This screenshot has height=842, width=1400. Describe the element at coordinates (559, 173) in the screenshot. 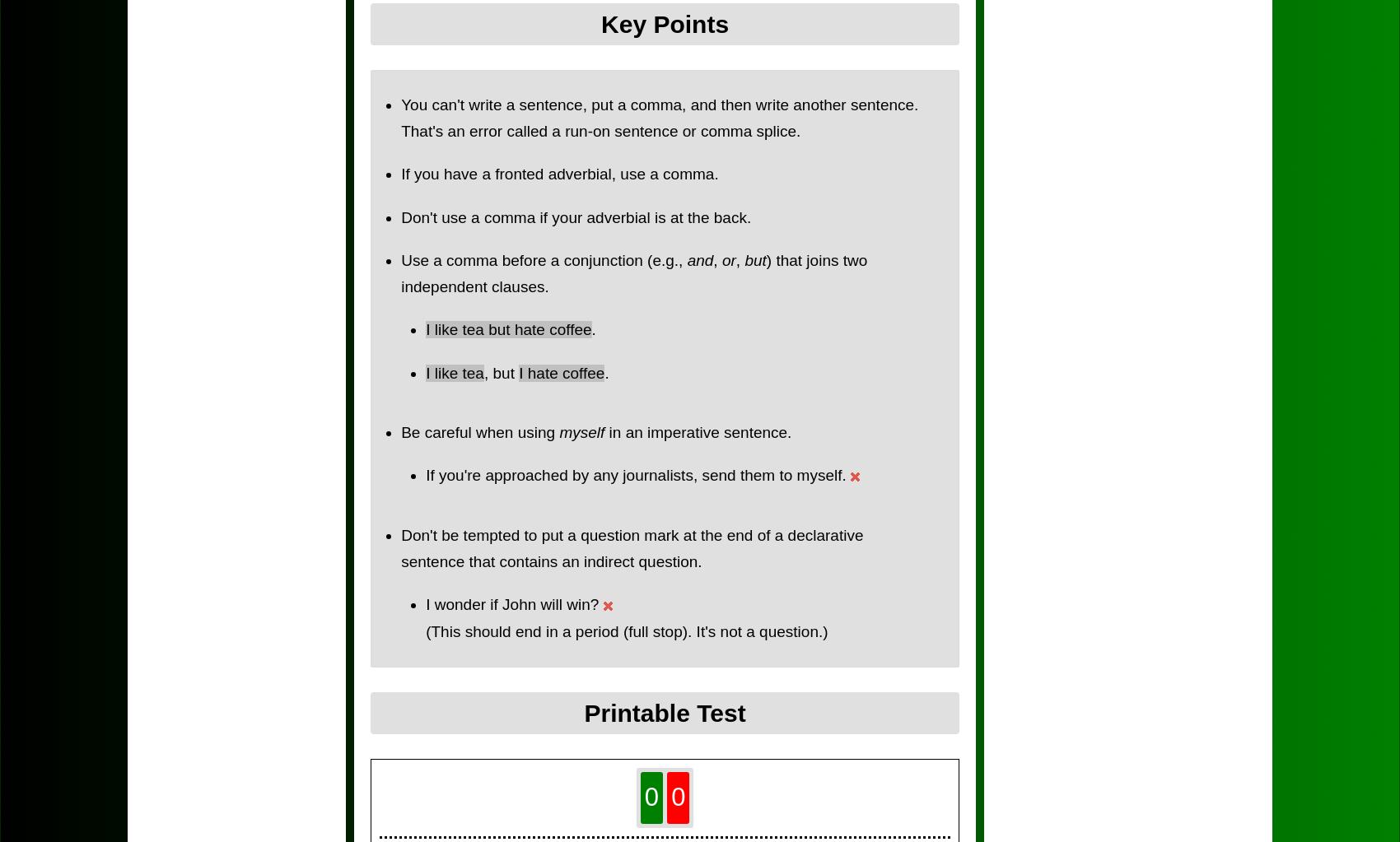

I see `'If you have a fronted adverbial, use a comma.'` at that location.